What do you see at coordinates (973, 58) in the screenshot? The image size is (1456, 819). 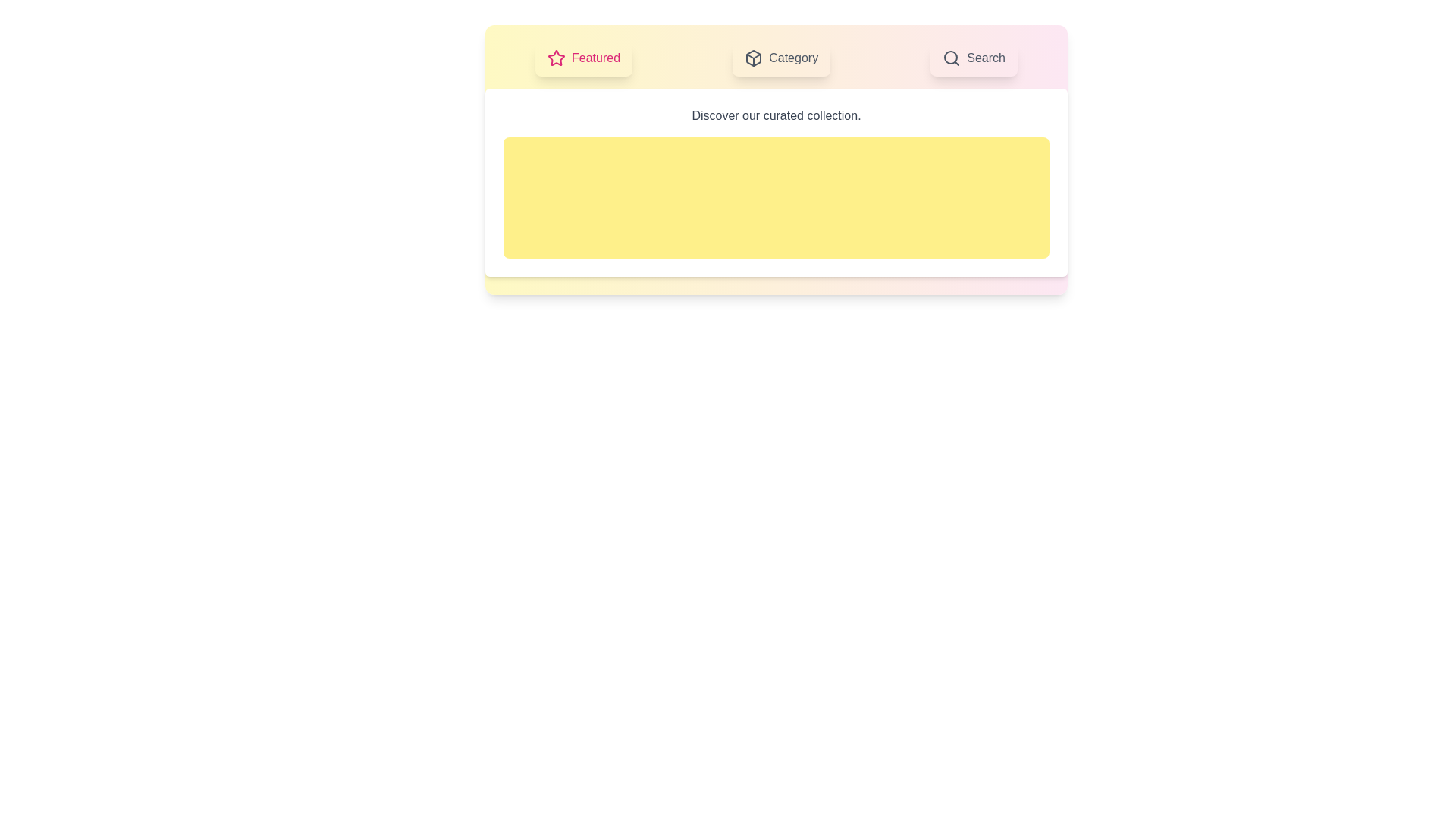 I see `the Search tab` at bounding box center [973, 58].